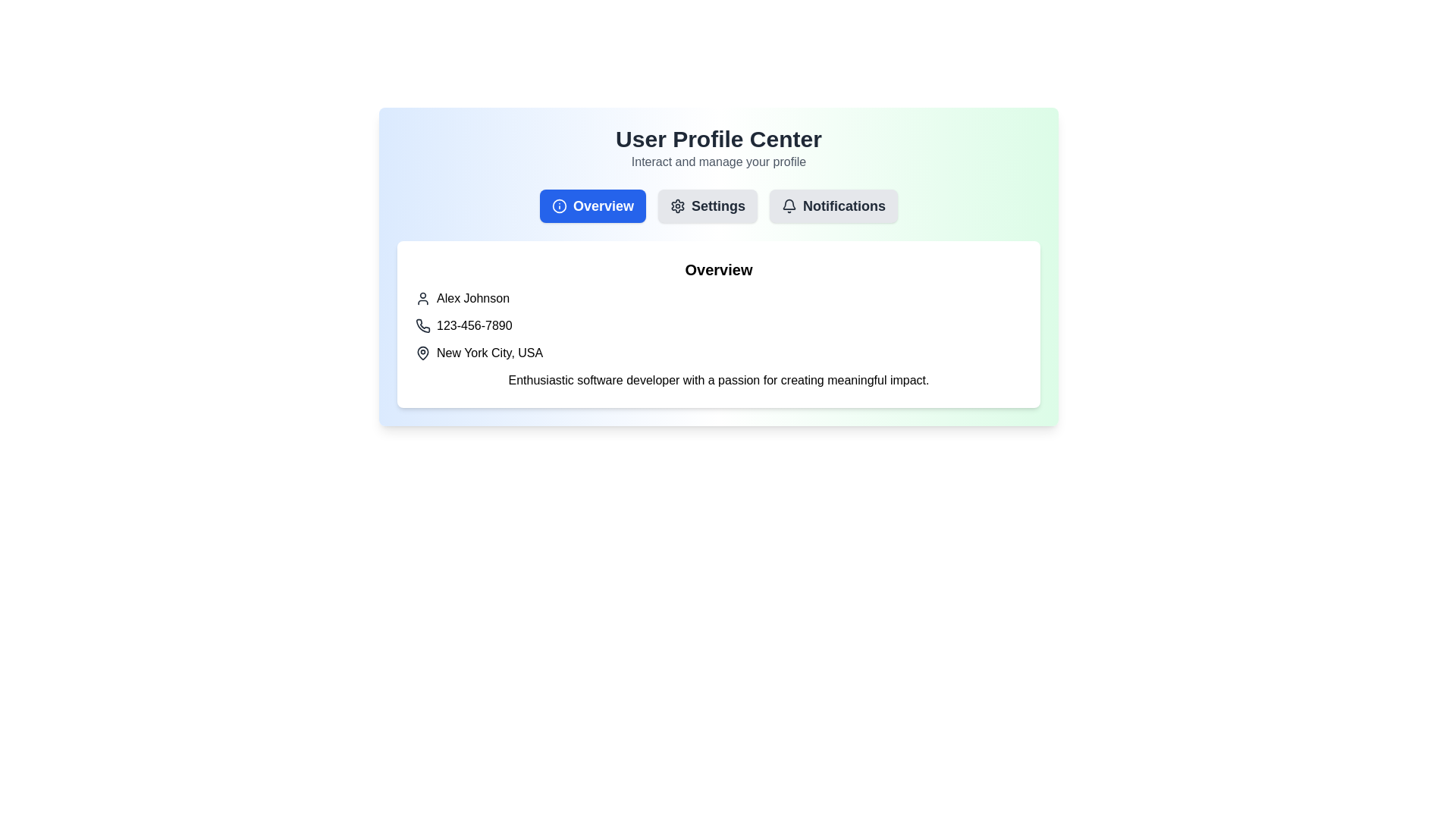 This screenshot has width=1456, height=819. What do you see at coordinates (422, 353) in the screenshot?
I see `the map pin icon, which has a circular hole at the top and a pointed bottom, located directly to the left of the text 'New York City, USA.'` at bounding box center [422, 353].